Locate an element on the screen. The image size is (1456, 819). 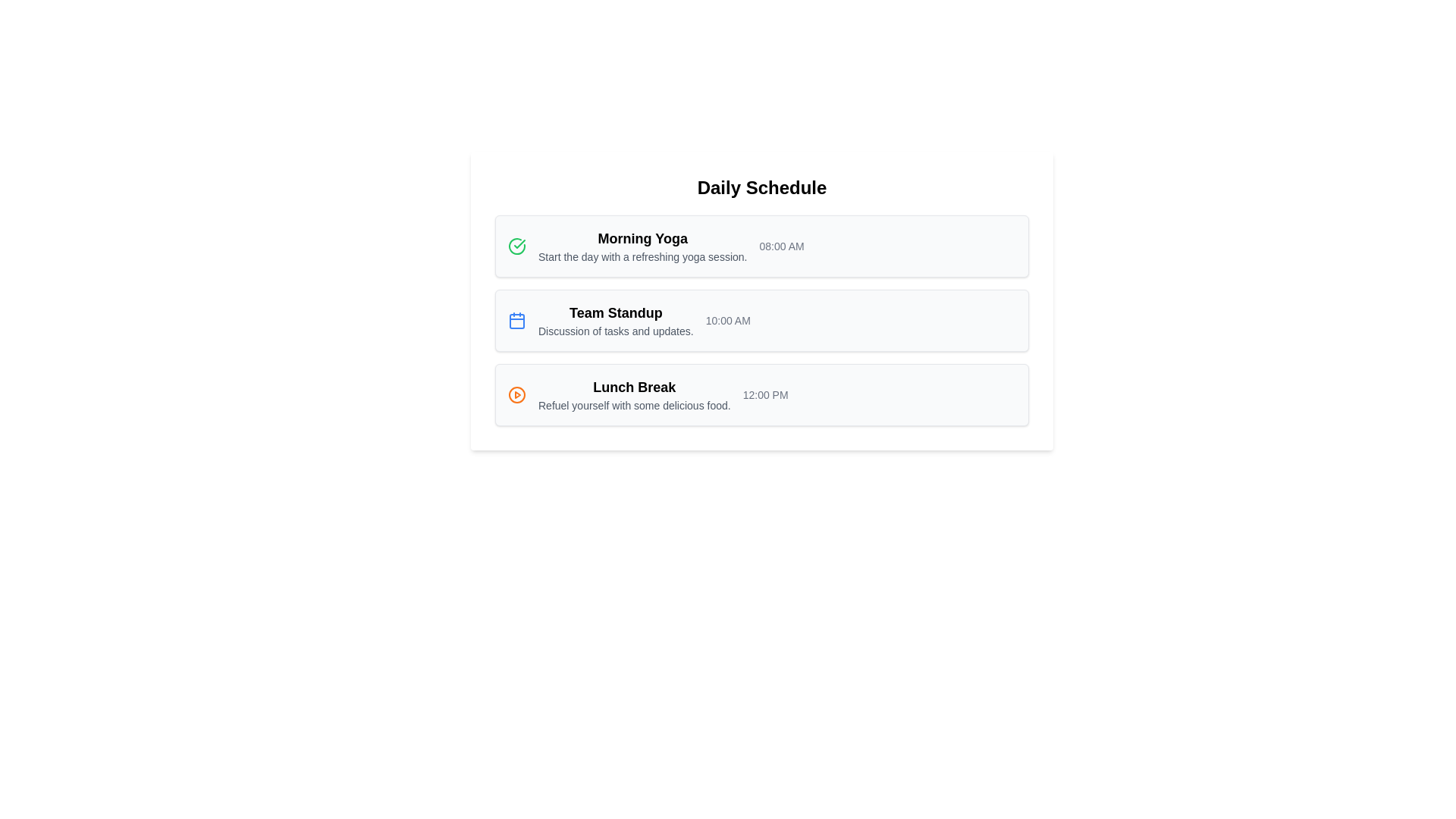
the static text element displaying '10:00 AM', which is aligned to the right within the list item block containing the 'Team Standup' title is located at coordinates (728, 320).